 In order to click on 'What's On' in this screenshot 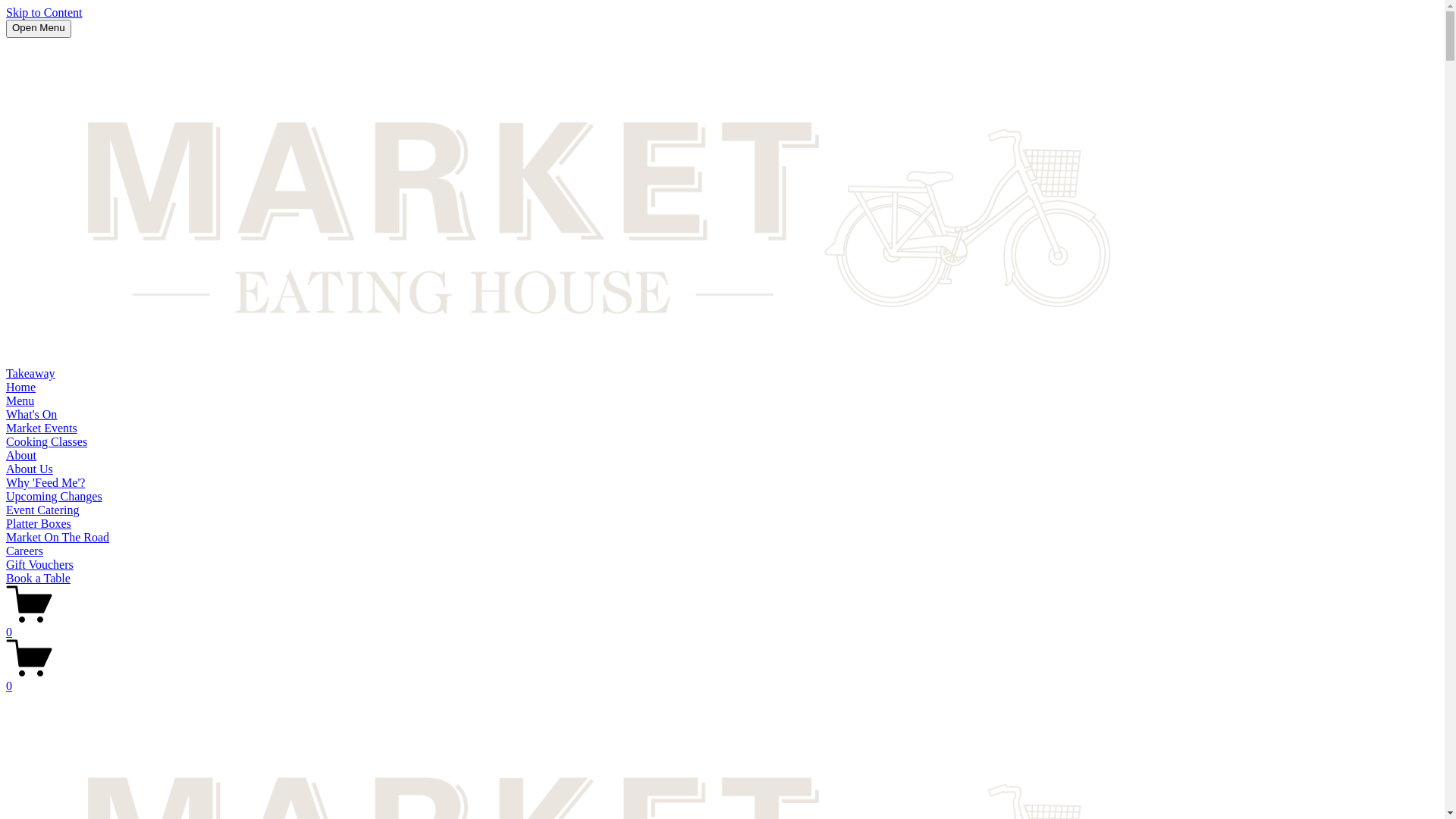, I will do `click(31, 414)`.